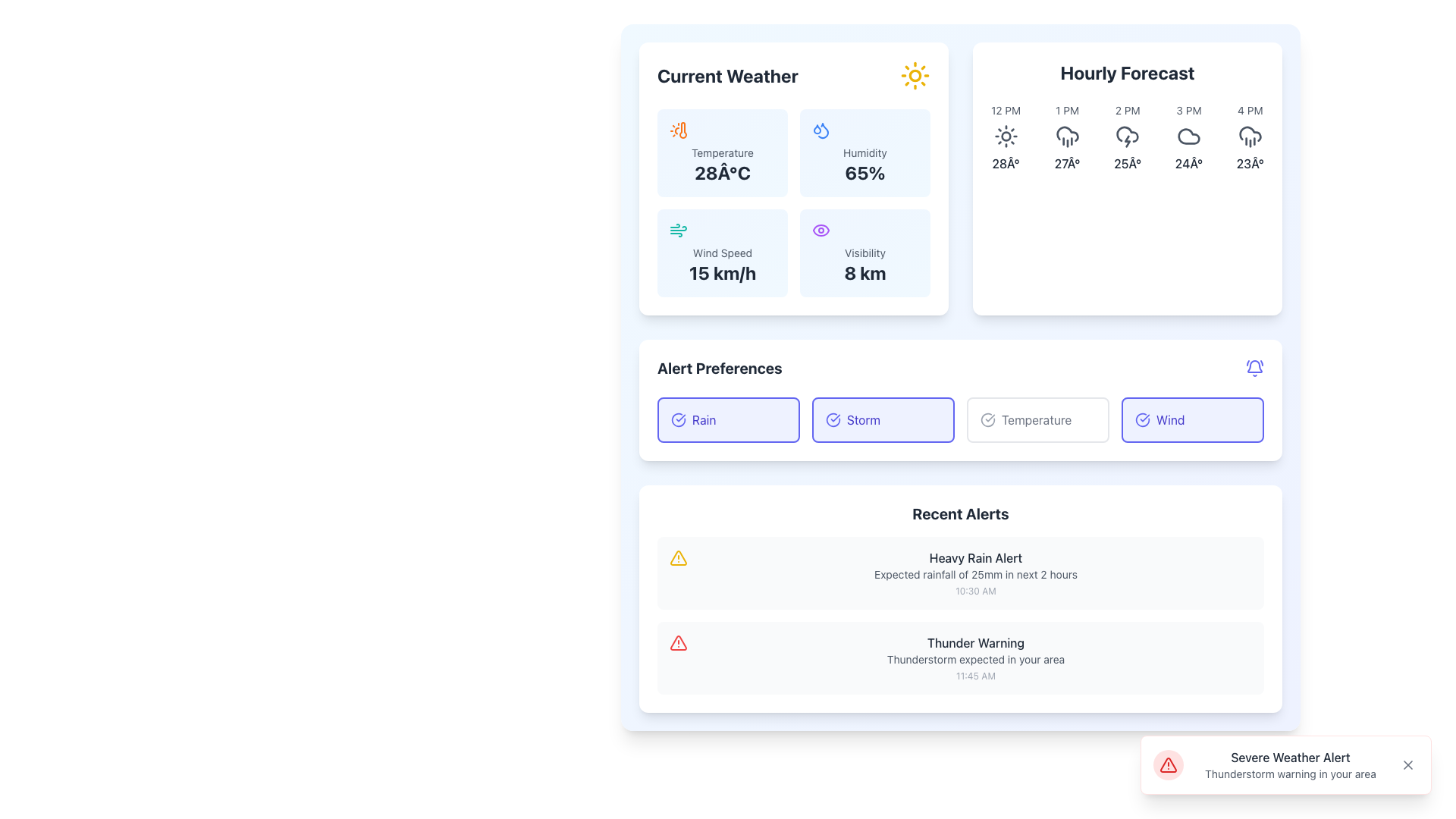 This screenshot has width=1456, height=819. I want to click on the text display element showing '65%' in the Current Weather section beneath the label 'Humidity', so click(865, 171).